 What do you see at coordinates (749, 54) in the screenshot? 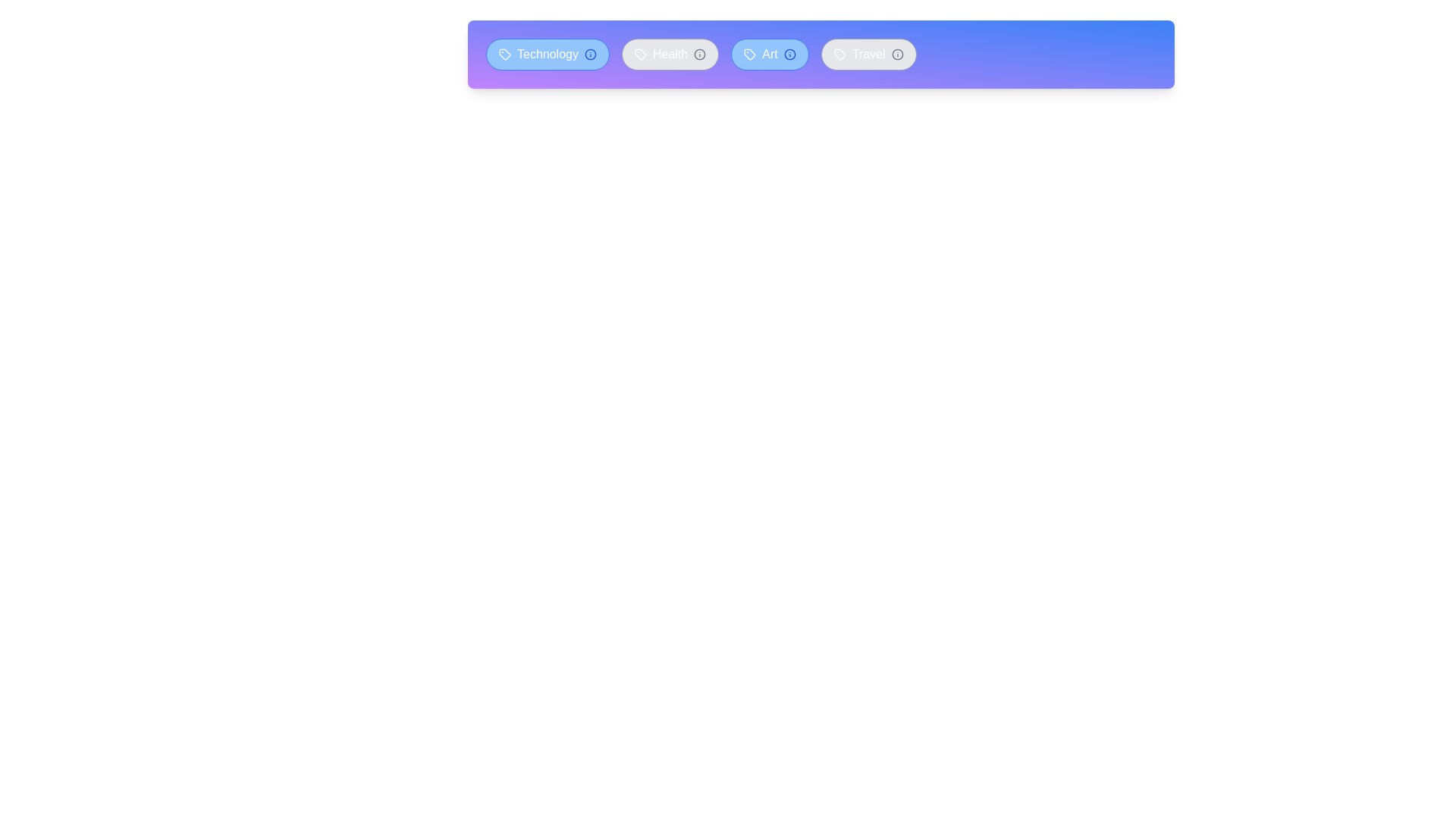
I see `the icon within the tag labeled 'Art'` at bounding box center [749, 54].